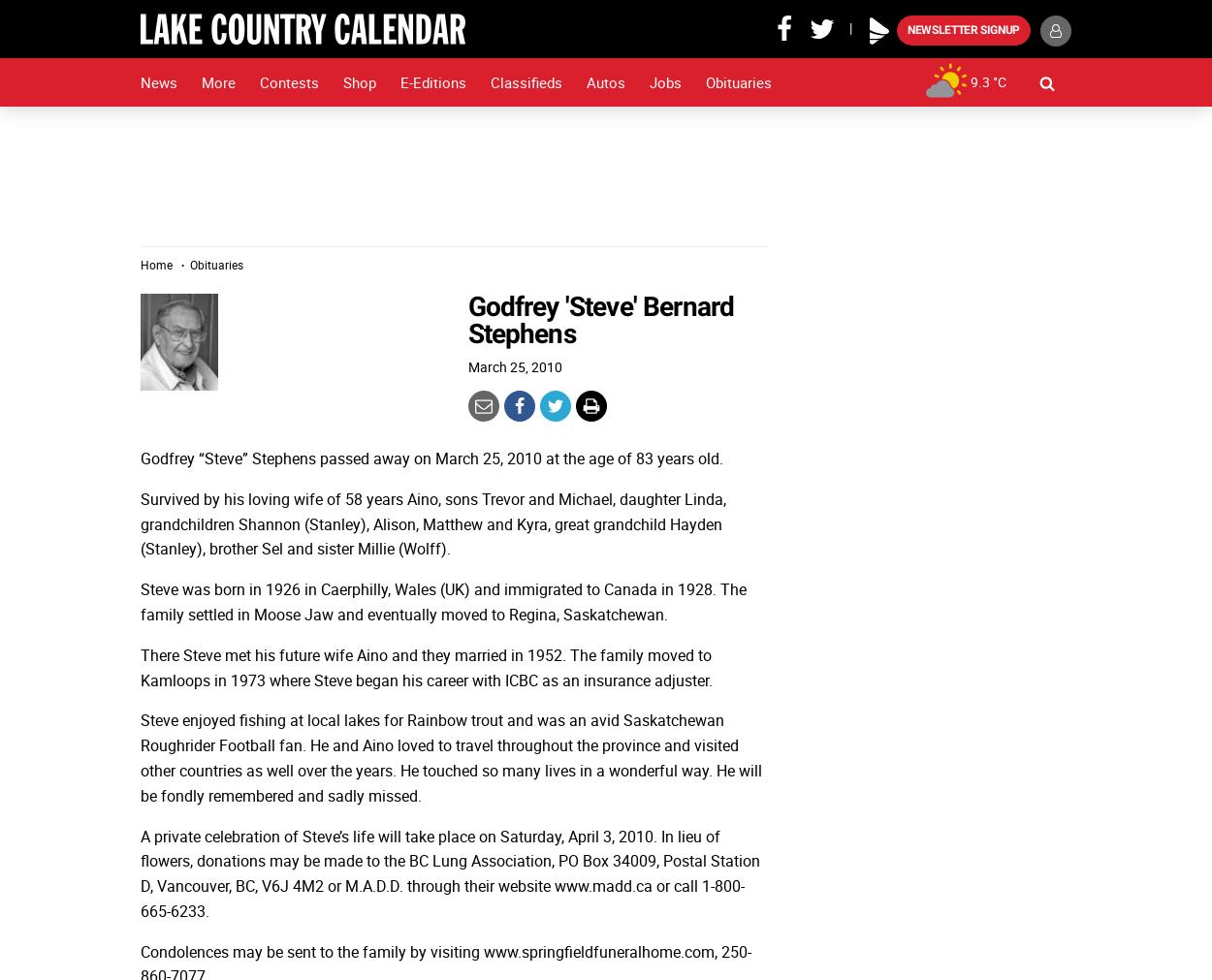 The height and width of the screenshot is (980, 1212). Describe the element at coordinates (665, 81) in the screenshot. I see `'Jobs'` at that location.